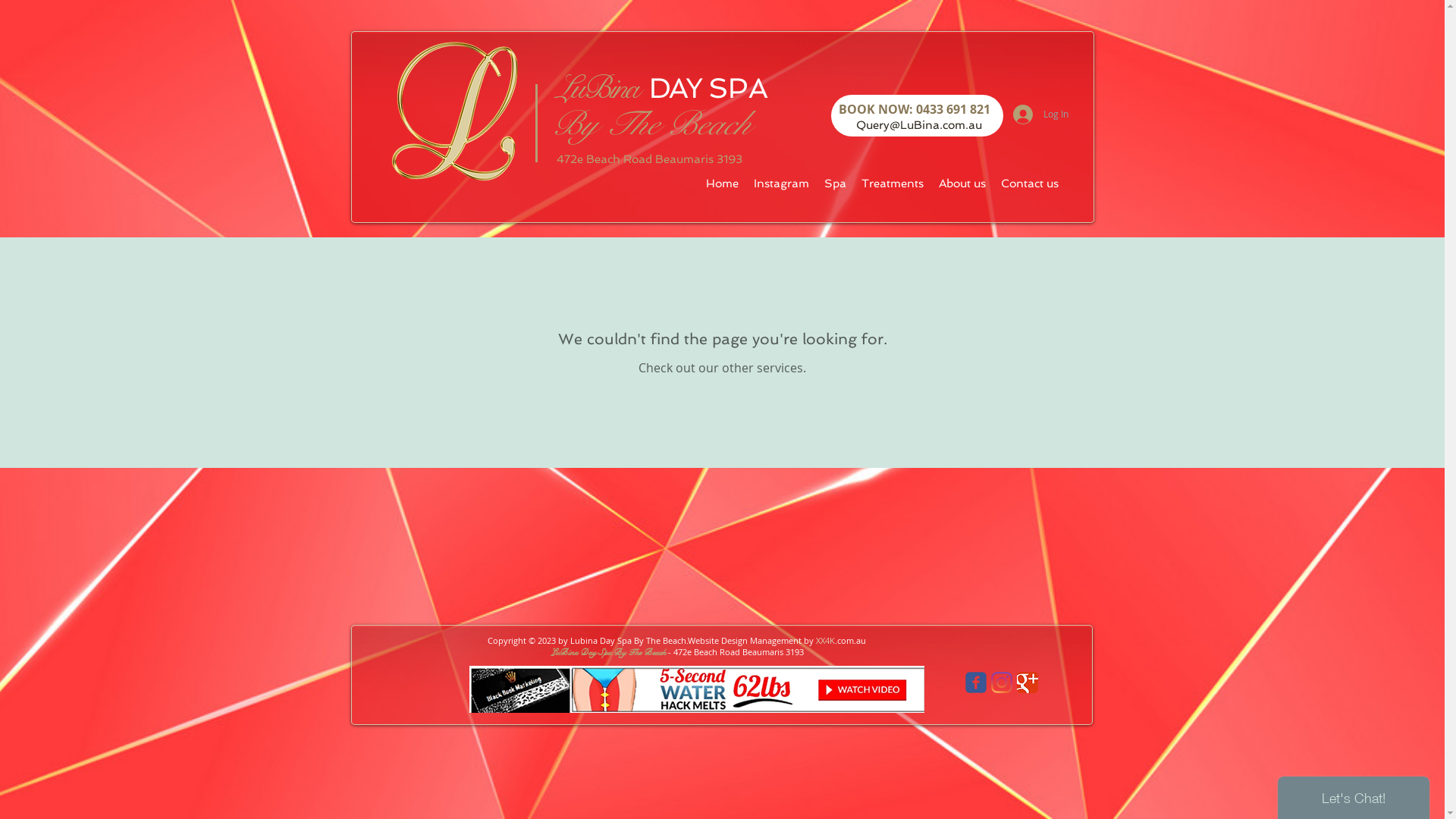 The image size is (1456, 819). What do you see at coordinates (1030, 183) in the screenshot?
I see `'Contact us'` at bounding box center [1030, 183].